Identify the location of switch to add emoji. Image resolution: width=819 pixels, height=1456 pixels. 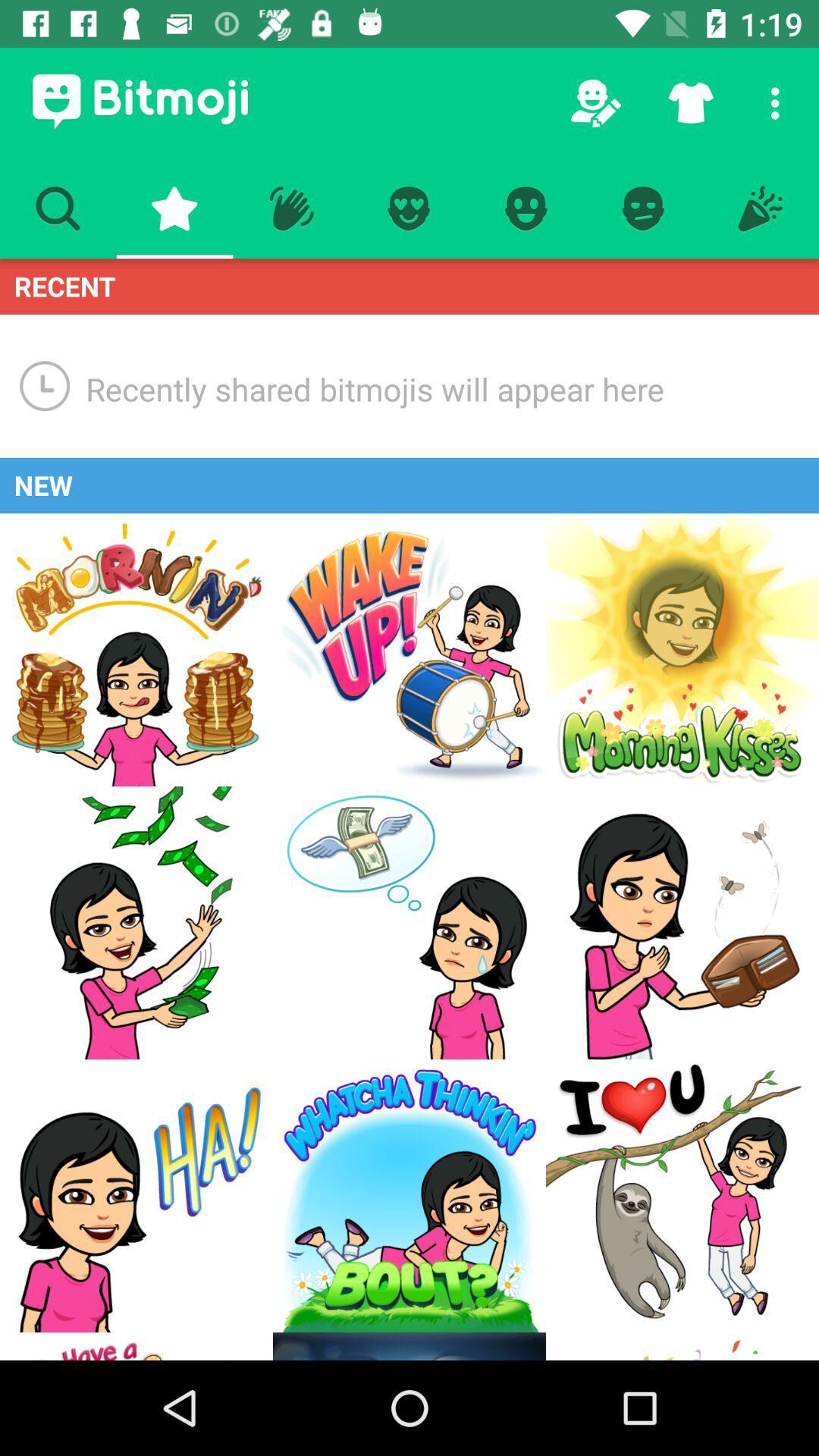
(681, 1195).